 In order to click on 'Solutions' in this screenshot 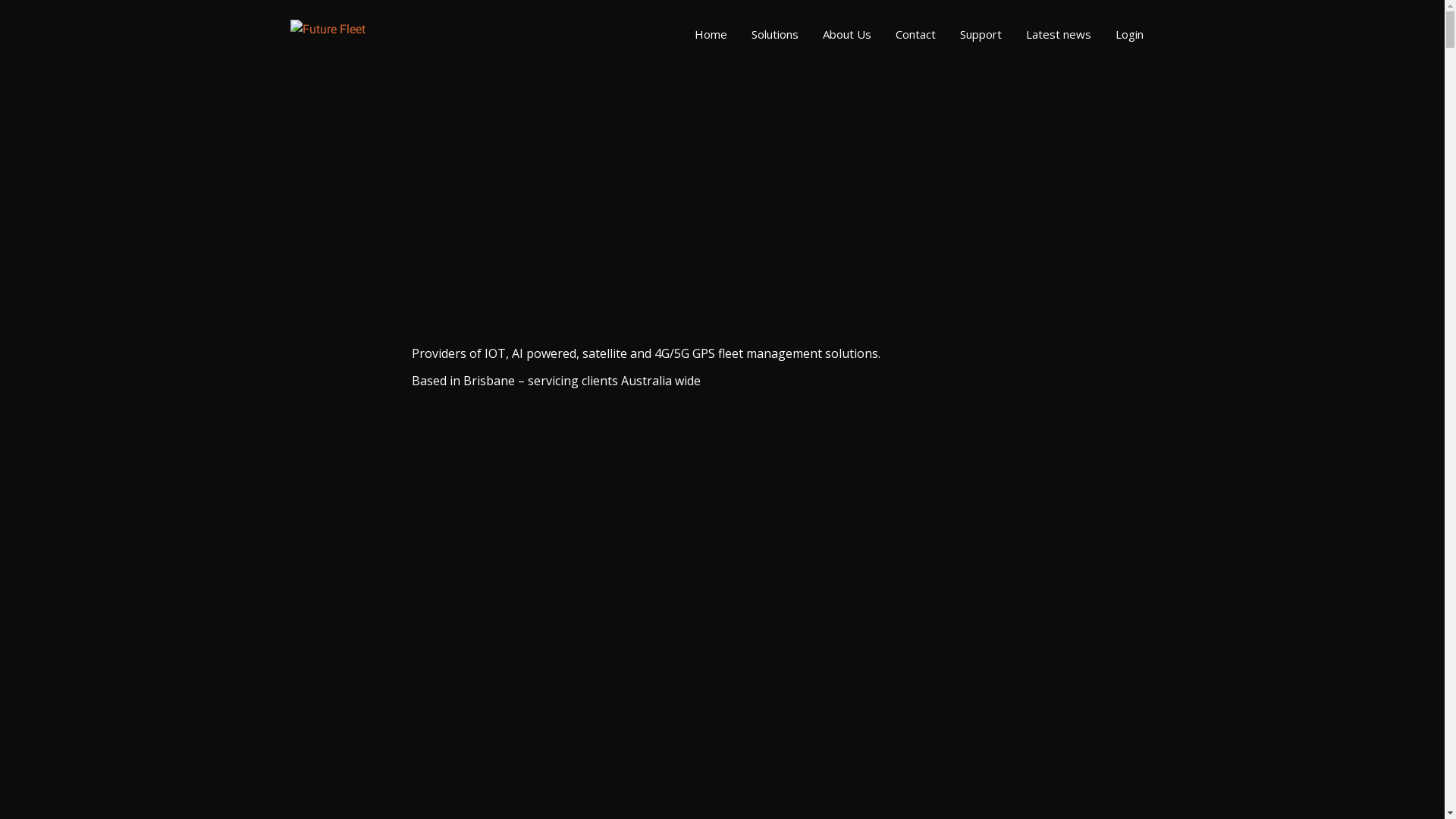, I will do `click(774, 34)`.